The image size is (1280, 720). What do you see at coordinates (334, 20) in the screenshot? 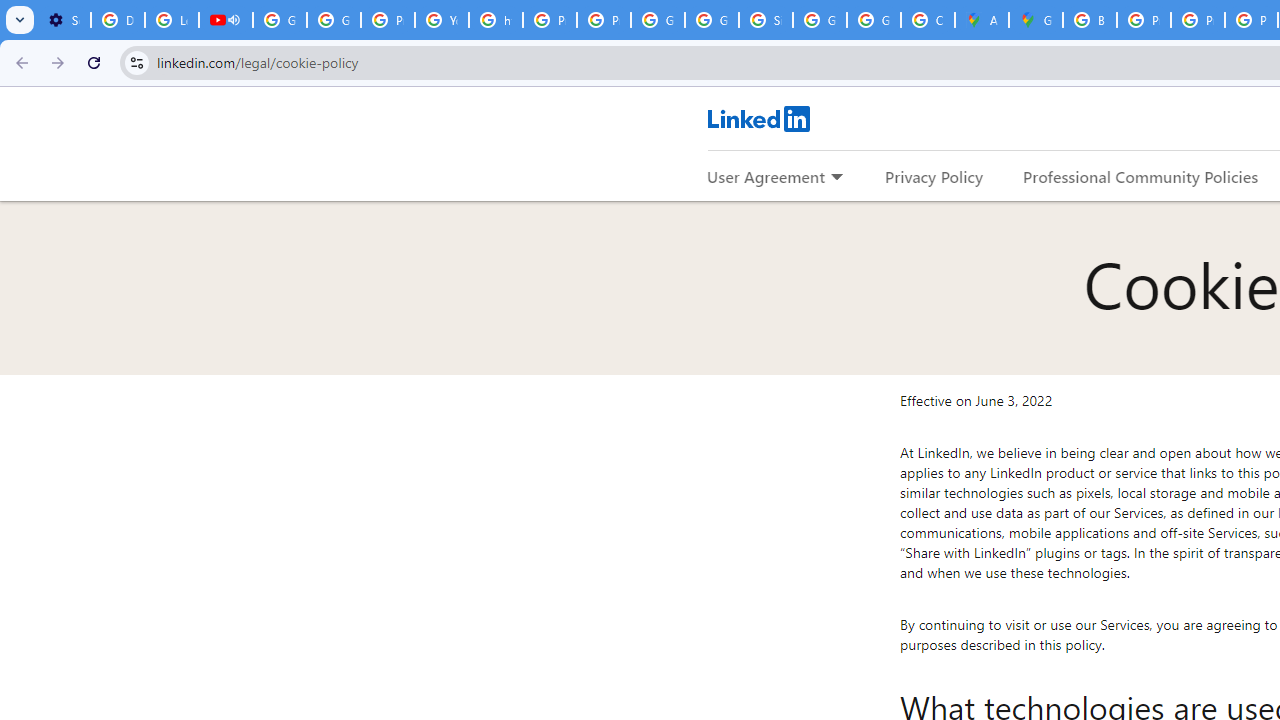
I see `'Google Account Help'` at bounding box center [334, 20].